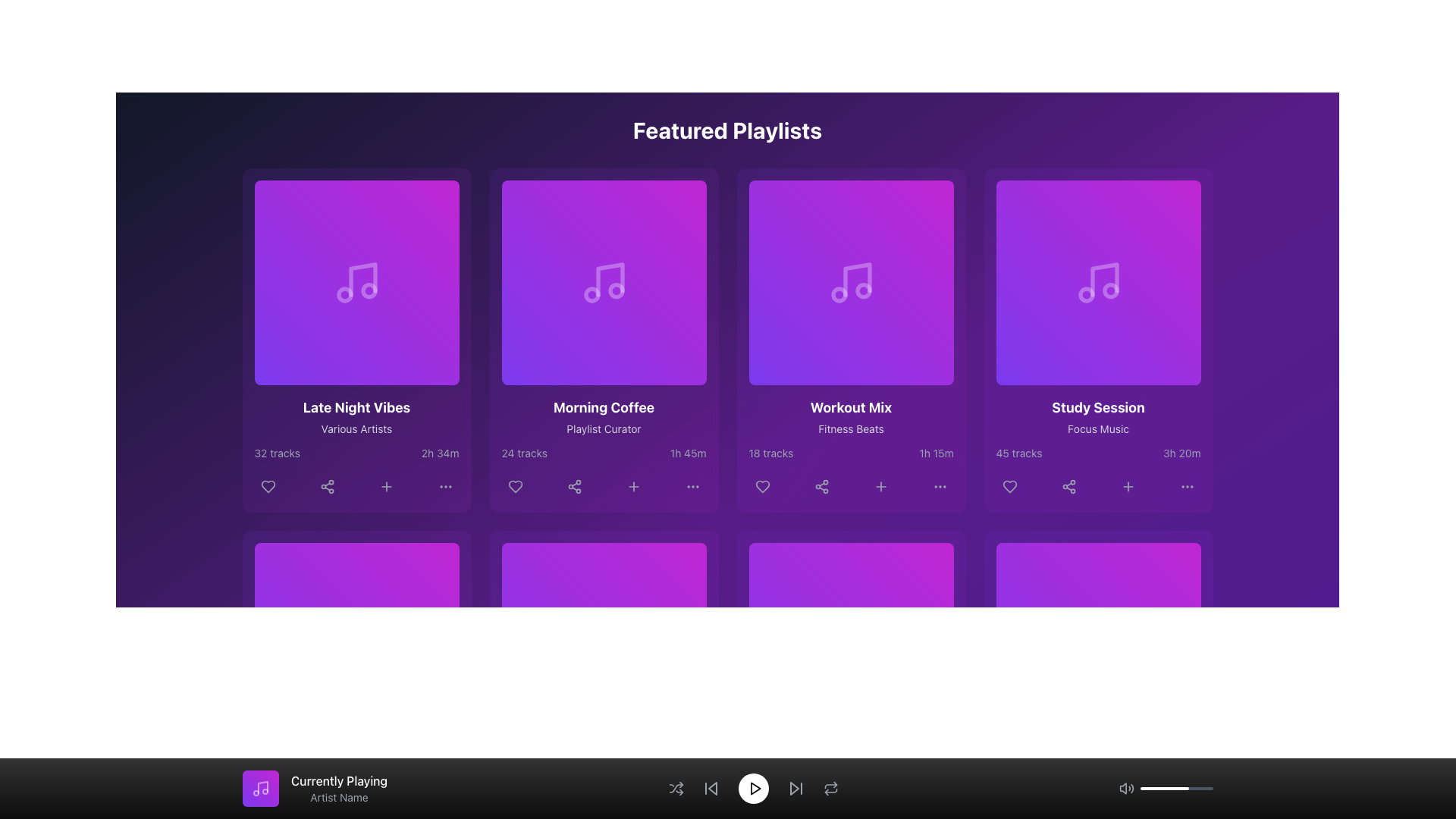 Image resolution: width=1456 pixels, height=819 pixels. What do you see at coordinates (261, 788) in the screenshot?
I see `the square-shaped button with a gradient background from violet to fuchsia, featuring a white musical note icon` at bounding box center [261, 788].